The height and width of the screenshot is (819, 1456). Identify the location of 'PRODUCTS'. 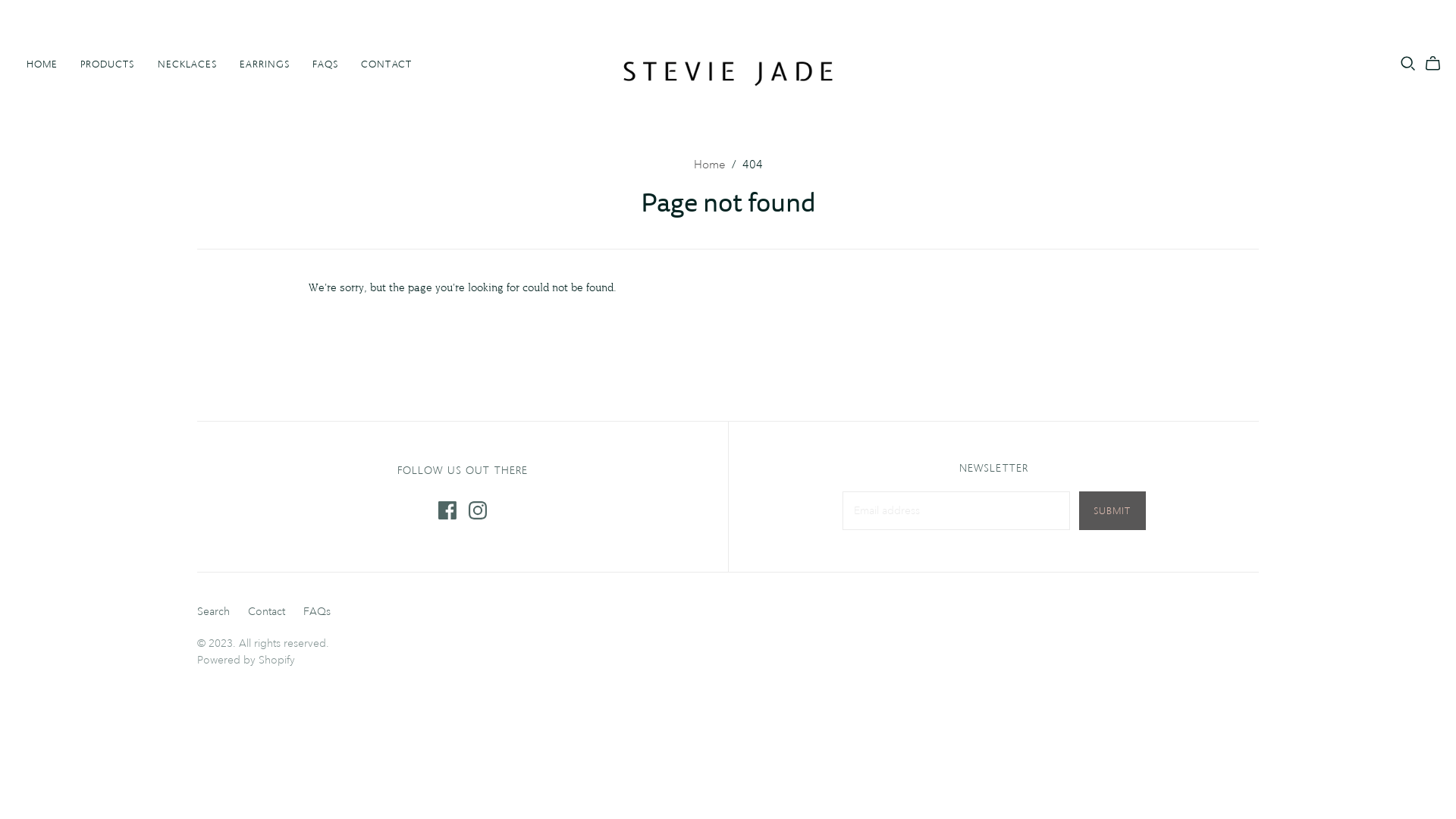
(106, 63).